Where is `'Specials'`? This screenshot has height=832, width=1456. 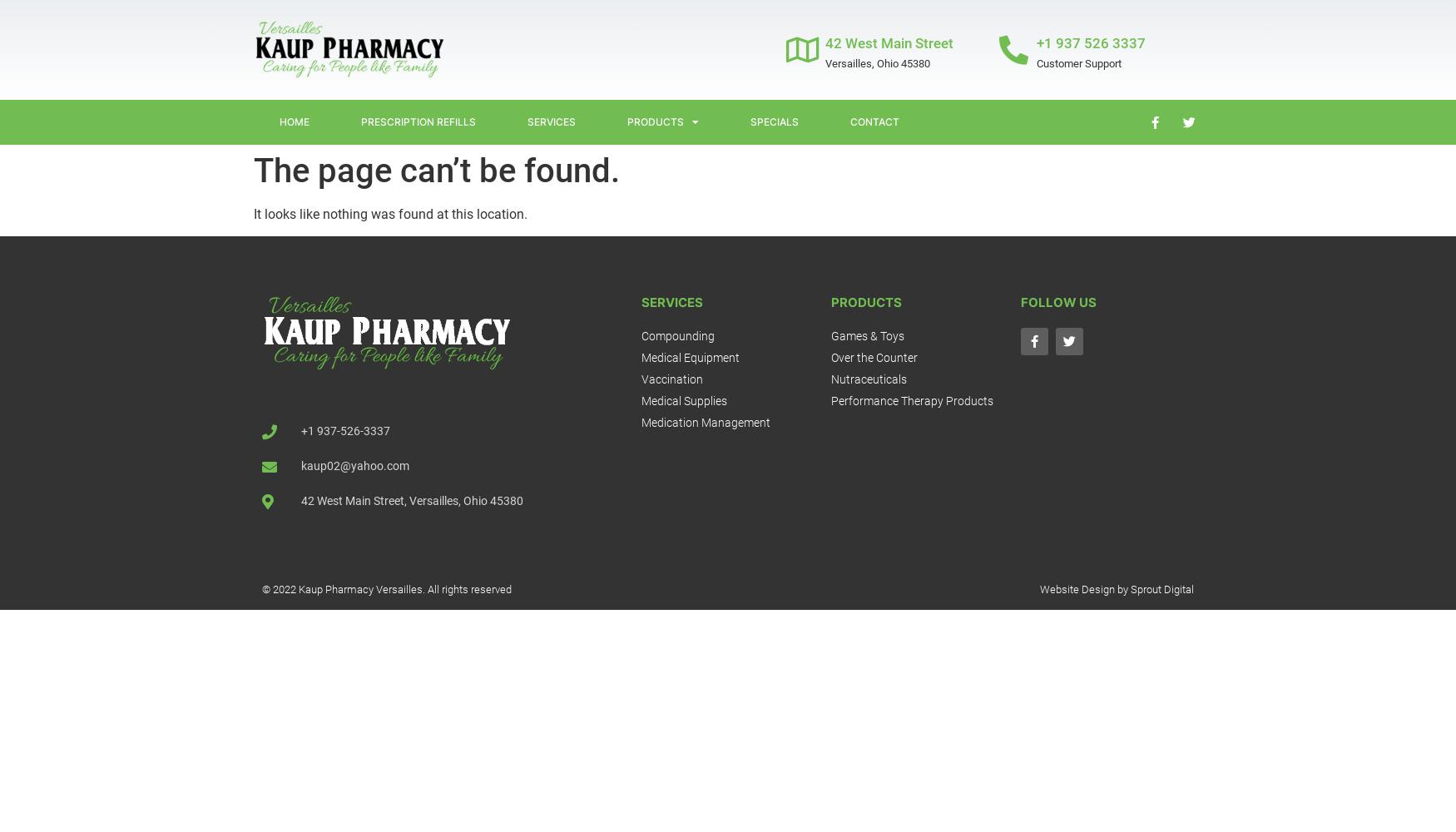
'Specials' is located at coordinates (774, 121).